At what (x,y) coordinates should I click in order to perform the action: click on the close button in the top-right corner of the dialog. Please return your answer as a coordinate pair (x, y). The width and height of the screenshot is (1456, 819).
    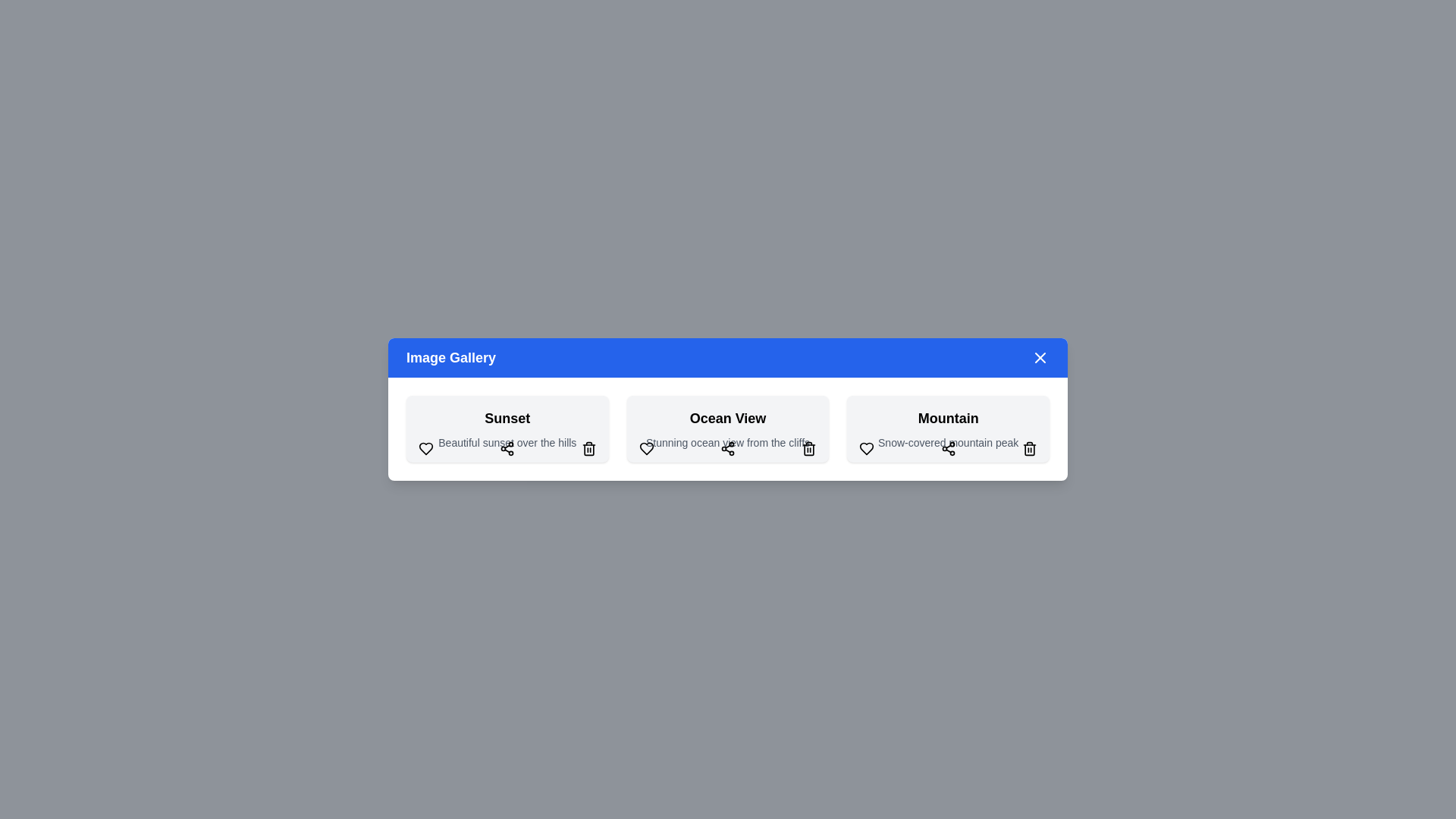
    Looking at the image, I should click on (1040, 357).